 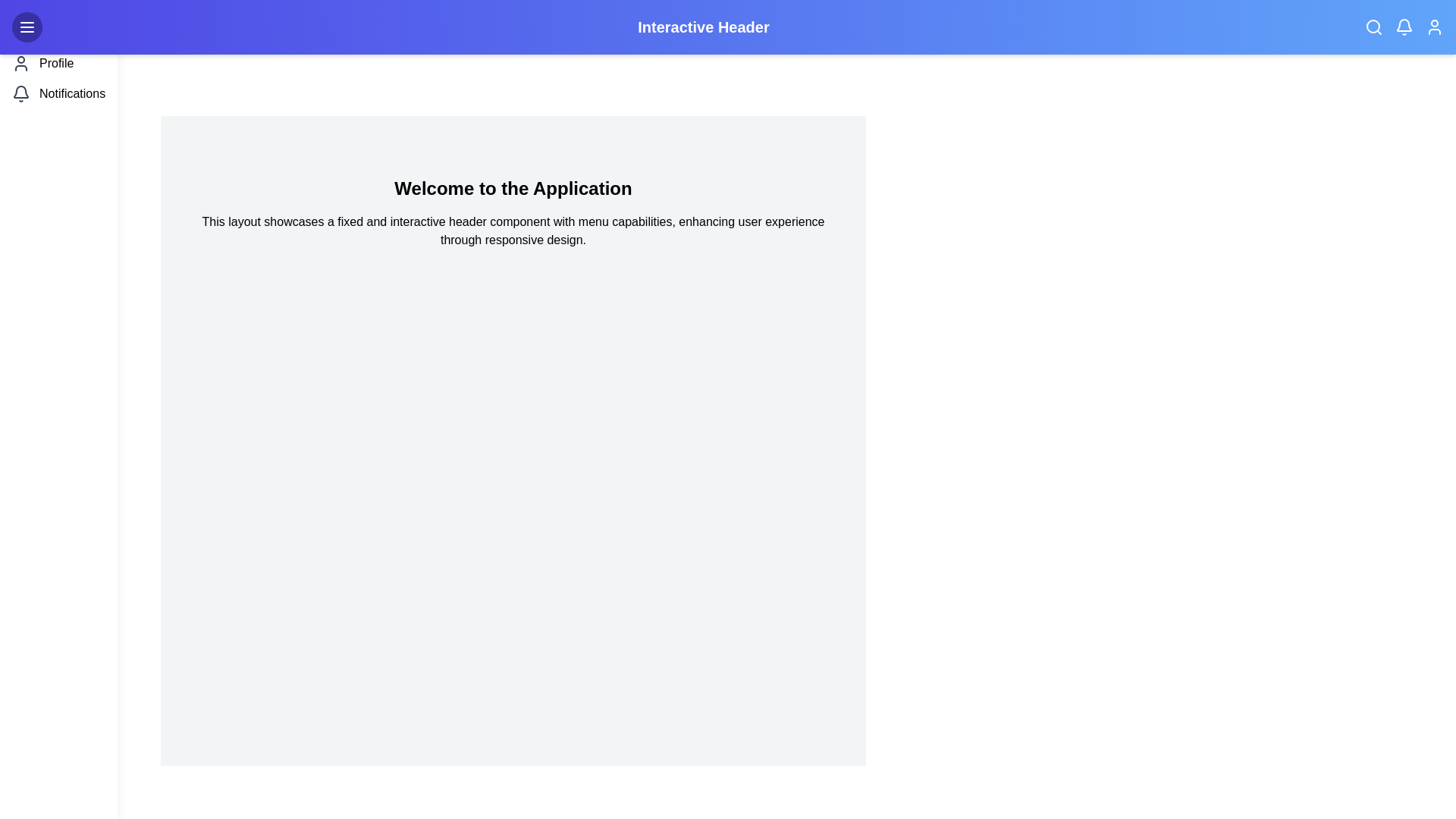 What do you see at coordinates (1404, 27) in the screenshot?
I see `the bell icon in the top-right corner, which serves as a notification indicator for new updates or alerts` at bounding box center [1404, 27].